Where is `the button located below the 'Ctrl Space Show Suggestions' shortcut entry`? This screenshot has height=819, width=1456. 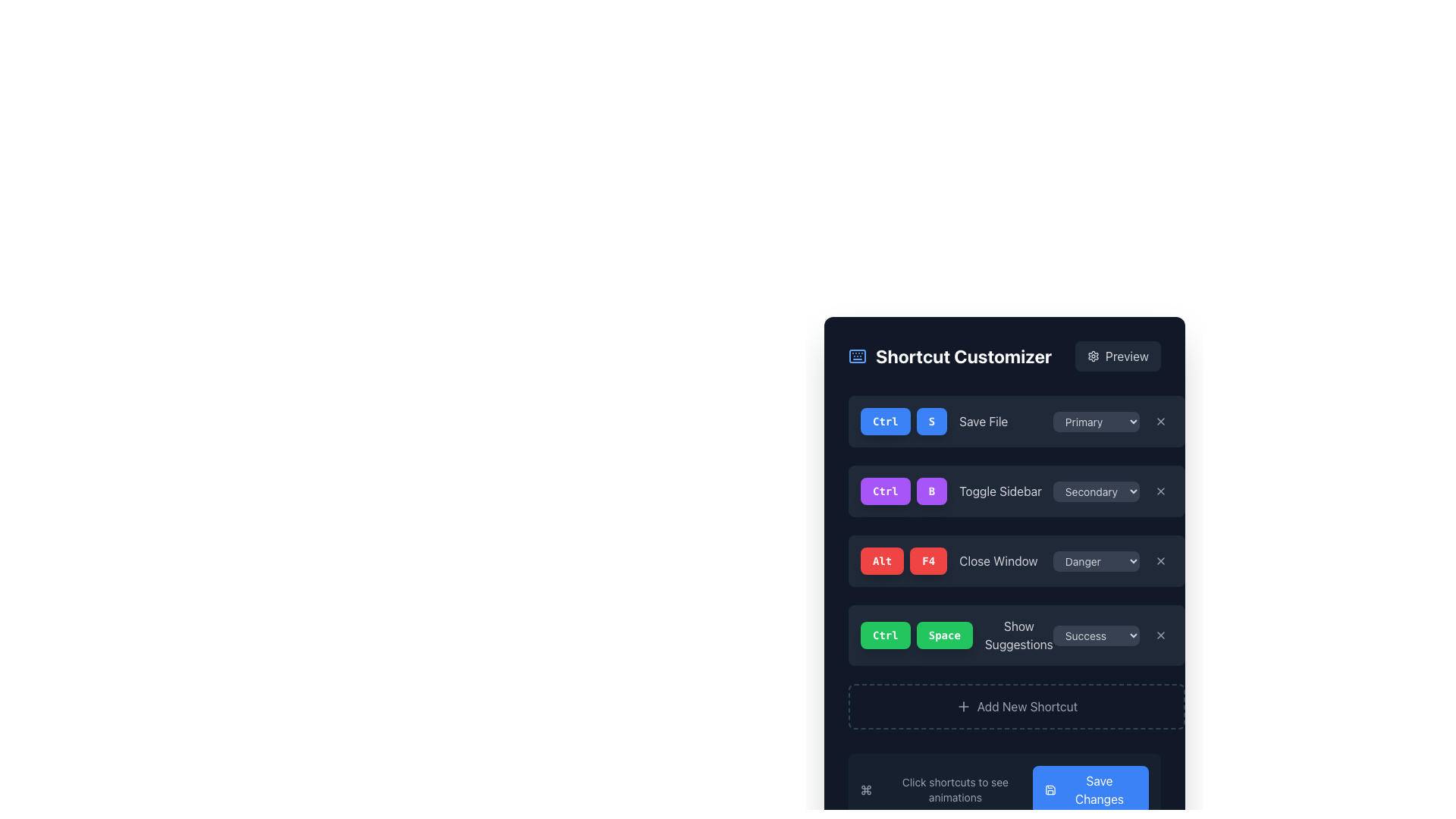
the button located below the 'Ctrl Space Show Suggestions' shortcut entry is located at coordinates (1016, 707).